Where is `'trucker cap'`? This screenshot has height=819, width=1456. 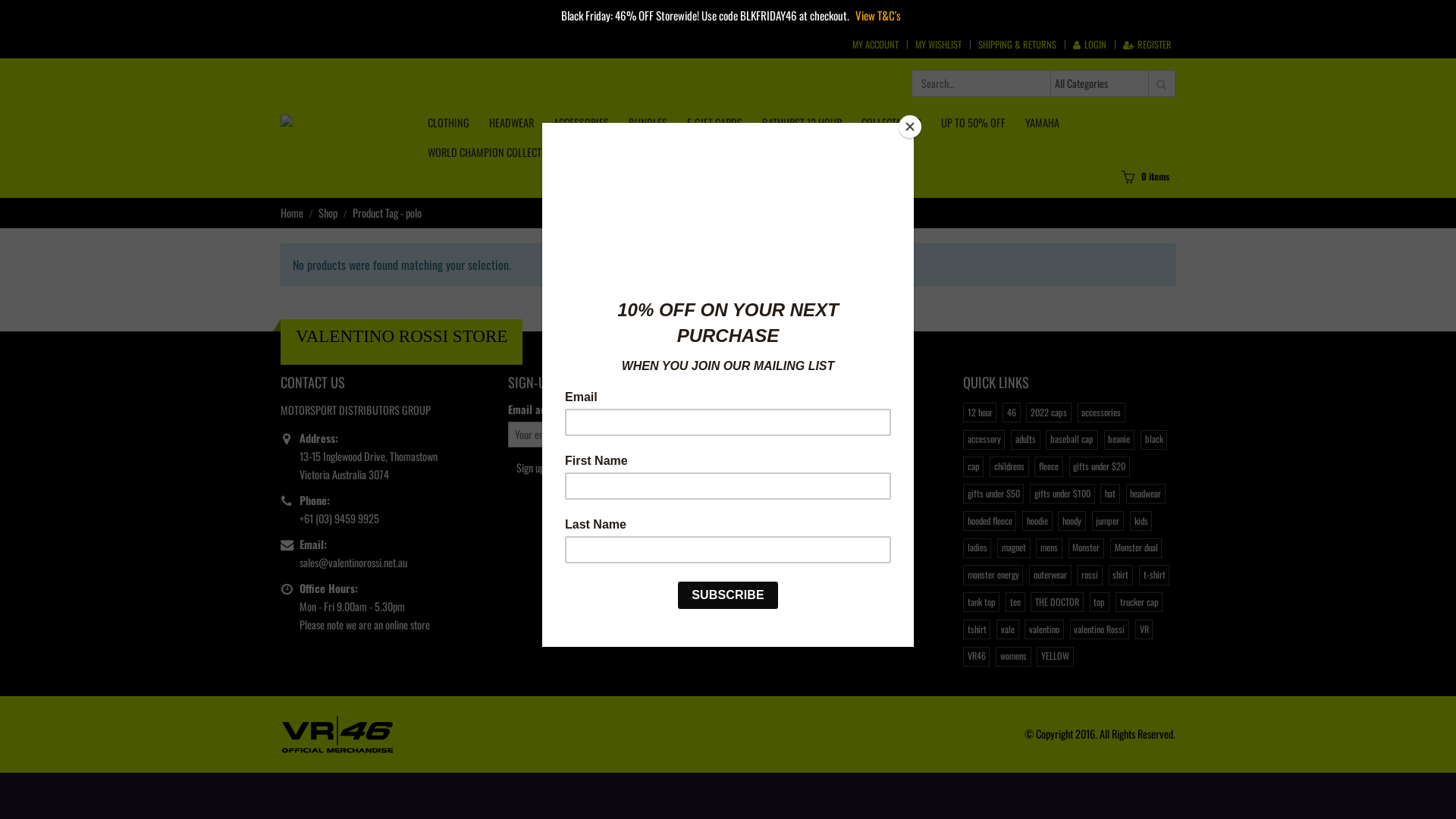
'trucker cap' is located at coordinates (1115, 601).